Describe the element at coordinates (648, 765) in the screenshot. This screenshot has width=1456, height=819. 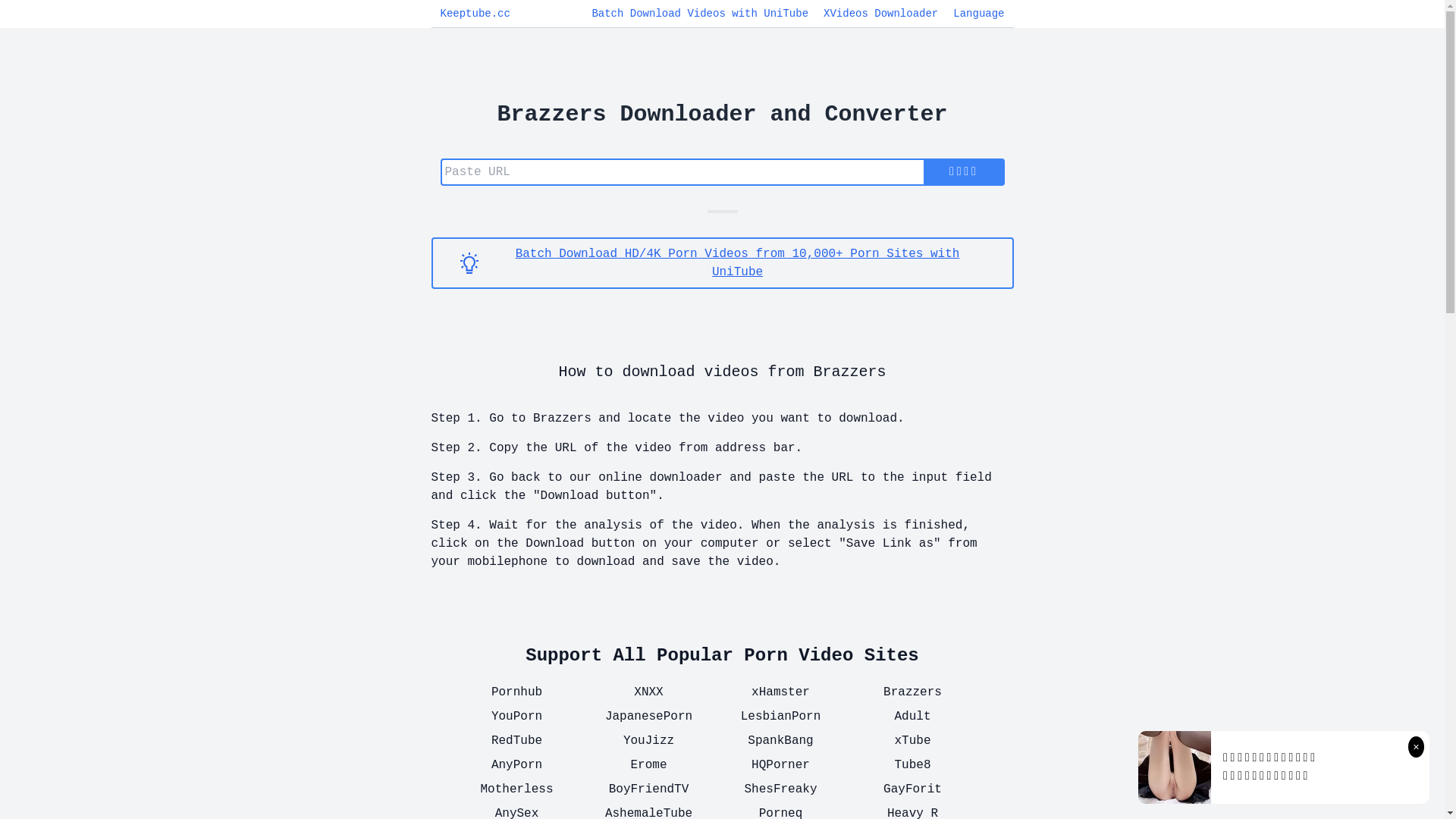
I see `'Erome'` at that location.